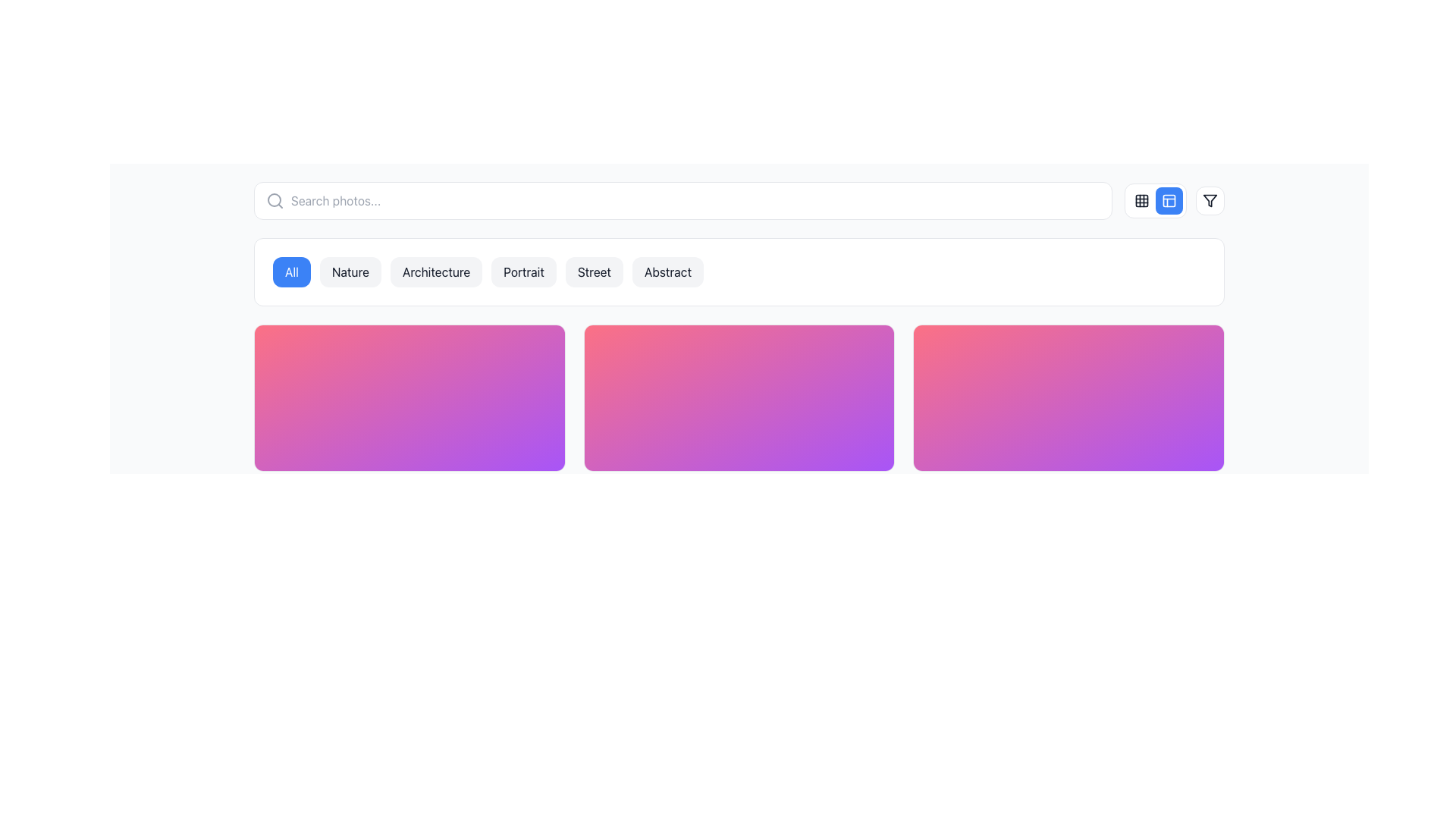 The width and height of the screenshot is (1456, 819). What do you see at coordinates (836, 350) in the screenshot?
I see `the interactive button located at the top-right corner of the second card in the grid` at bounding box center [836, 350].